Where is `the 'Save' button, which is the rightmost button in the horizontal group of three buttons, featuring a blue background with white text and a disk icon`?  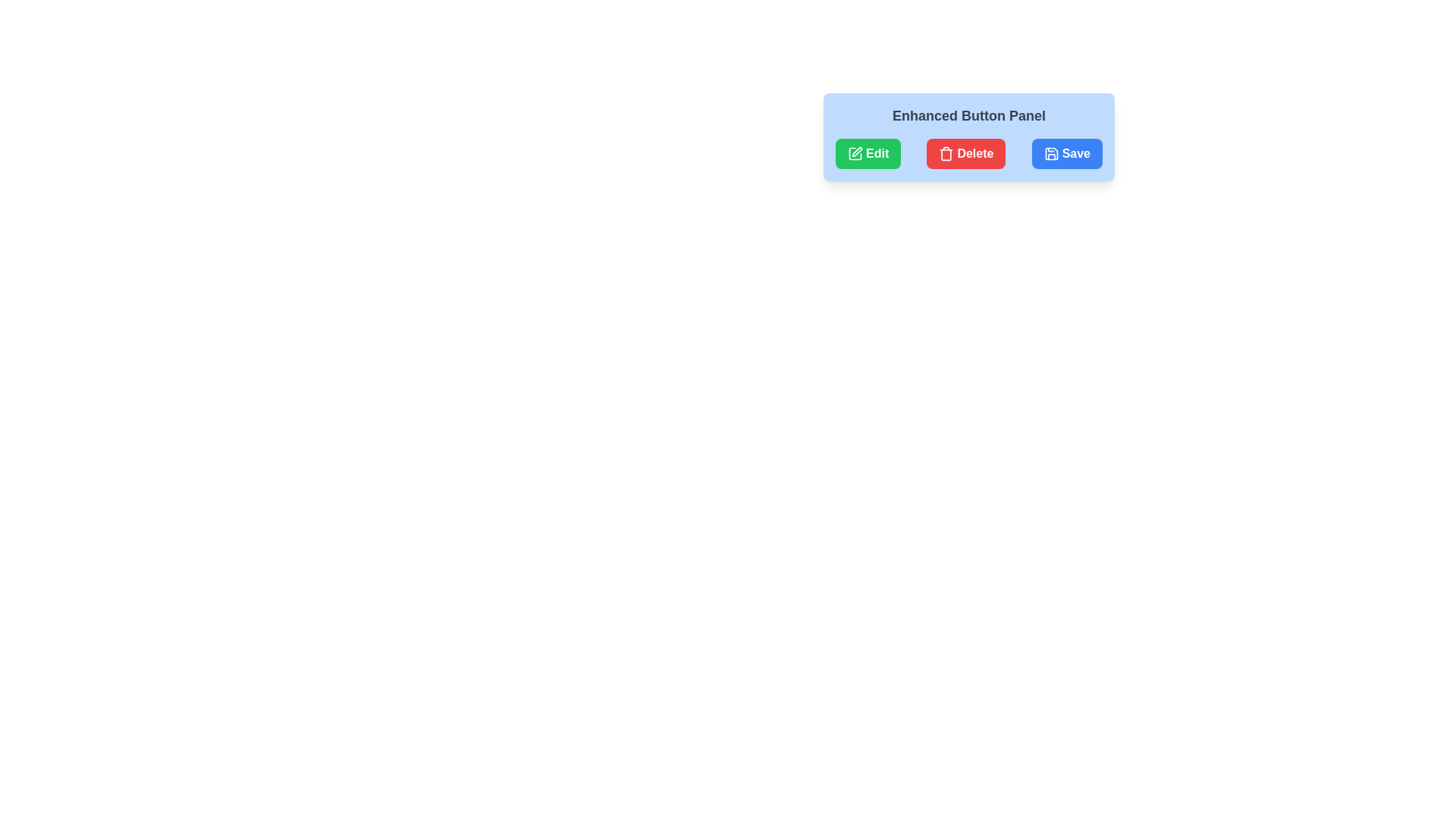
the 'Save' button, which is the rightmost button in the horizontal group of three buttons, featuring a blue background with white text and a disk icon is located at coordinates (1066, 154).